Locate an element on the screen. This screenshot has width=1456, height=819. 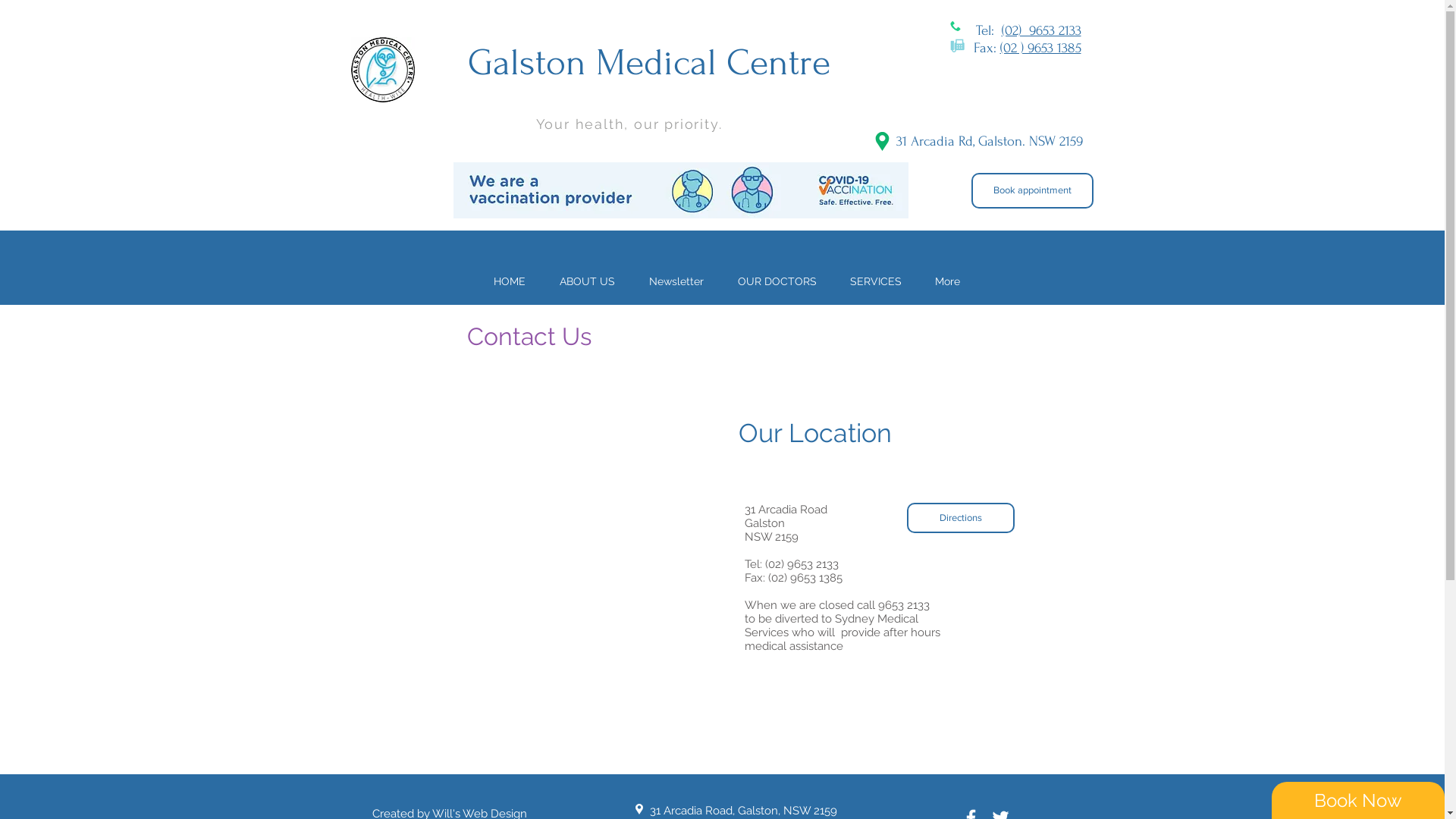
'Directions' is located at coordinates (960, 516).